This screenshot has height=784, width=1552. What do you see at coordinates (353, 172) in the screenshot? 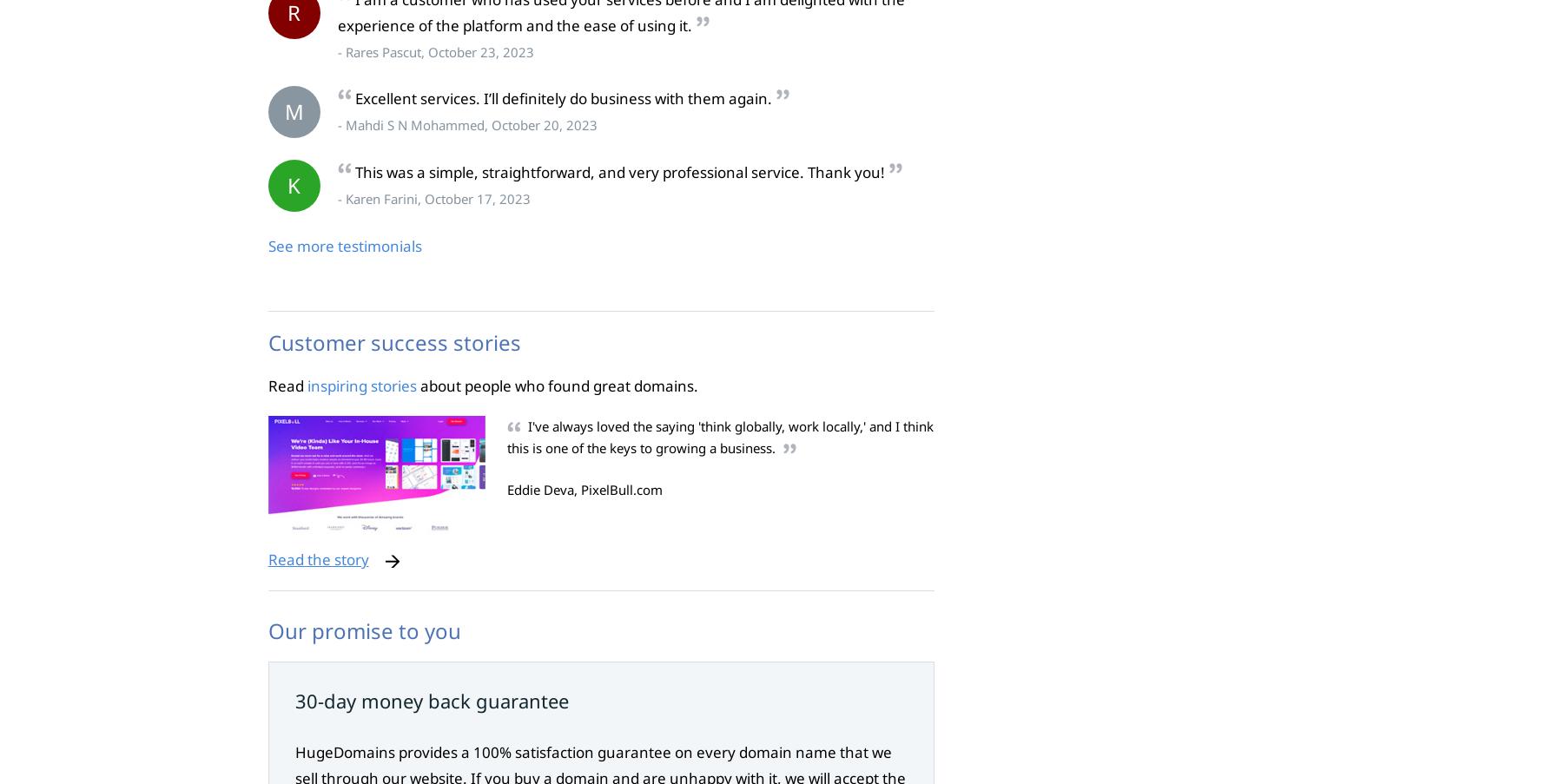
I see `'This was a simple, straightforward, and very professional service. Thank you!'` at bounding box center [353, 172].